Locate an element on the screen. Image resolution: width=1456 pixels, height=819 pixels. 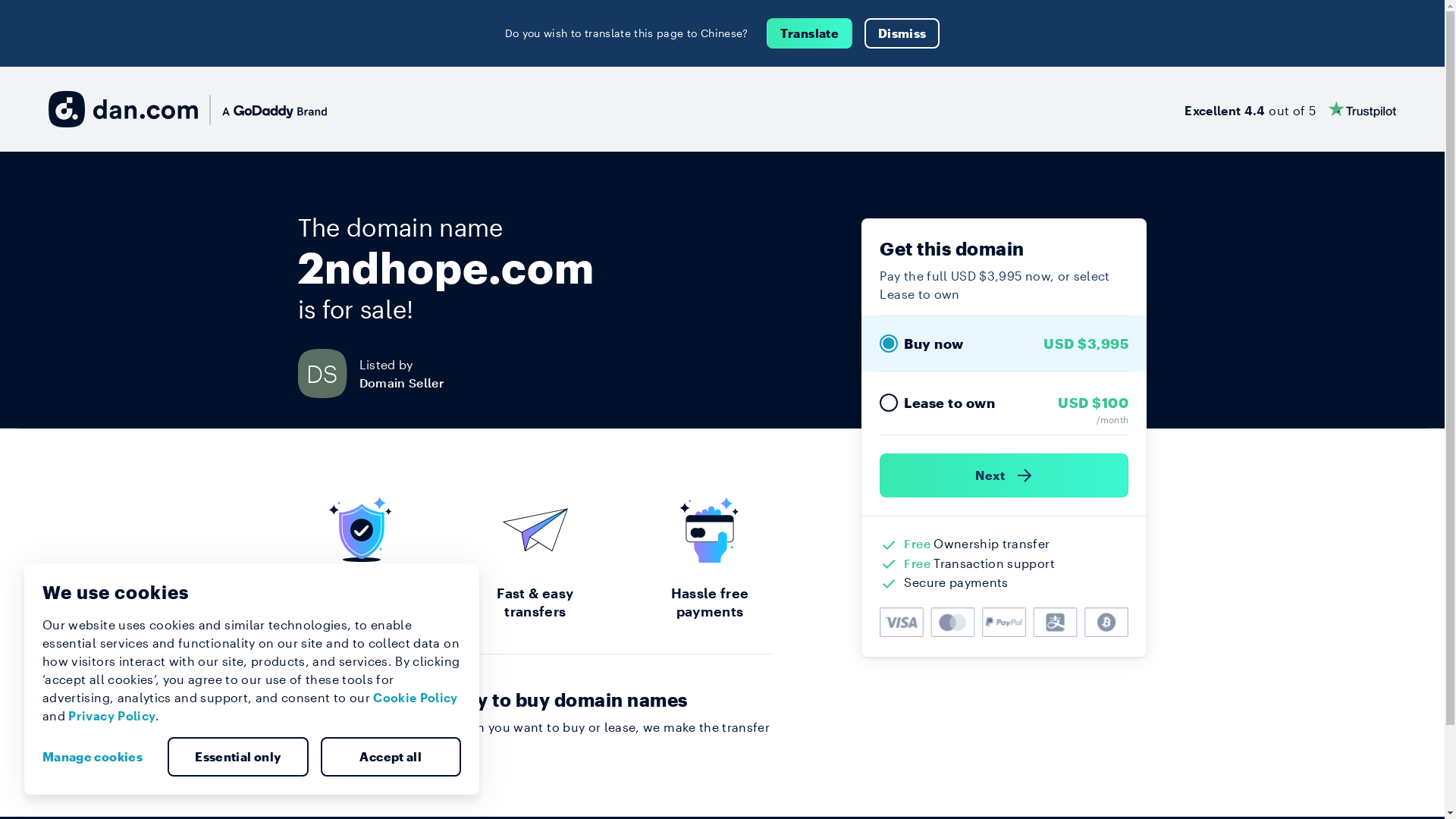
'Translate' is located at coordinates (808, 33).